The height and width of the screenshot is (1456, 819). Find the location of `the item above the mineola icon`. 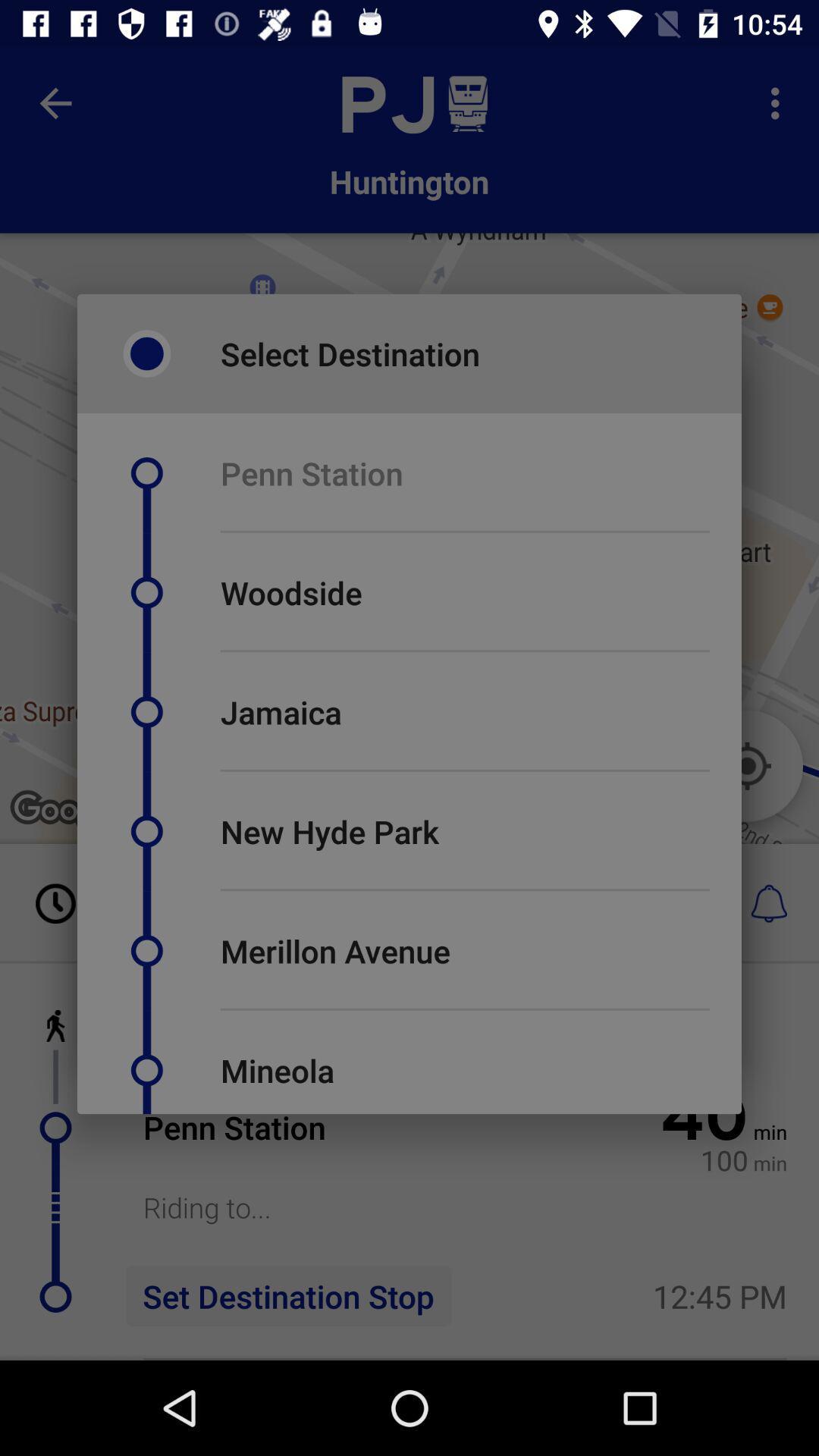

the item above the mineola icon is located at coordinates (464, 1009).